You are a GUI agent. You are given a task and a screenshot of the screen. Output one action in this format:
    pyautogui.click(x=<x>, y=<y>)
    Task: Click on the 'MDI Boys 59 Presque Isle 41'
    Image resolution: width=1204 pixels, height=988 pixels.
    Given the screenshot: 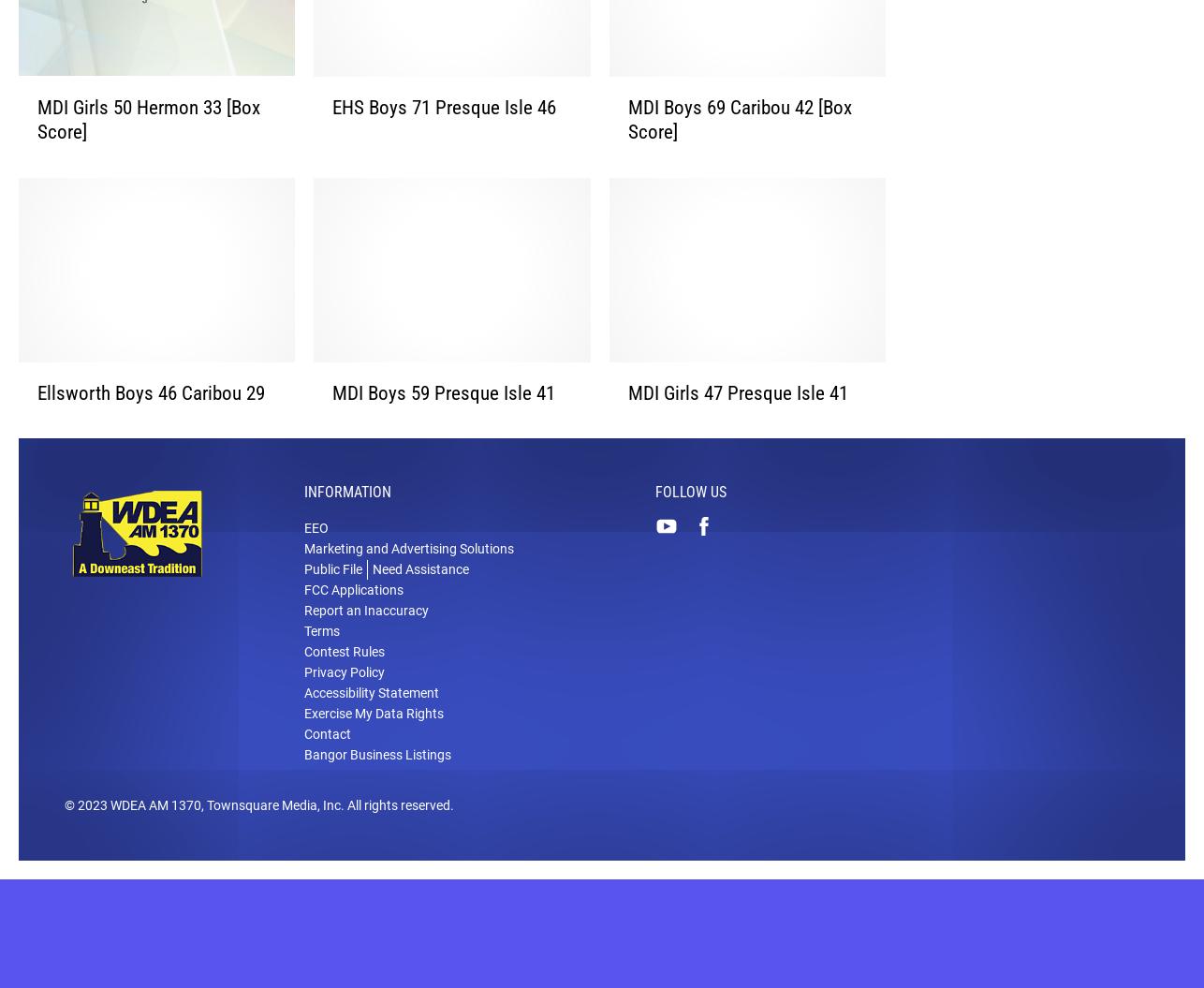 What is the action you would take?
    pyautogui.click(x=443, y=421)
    